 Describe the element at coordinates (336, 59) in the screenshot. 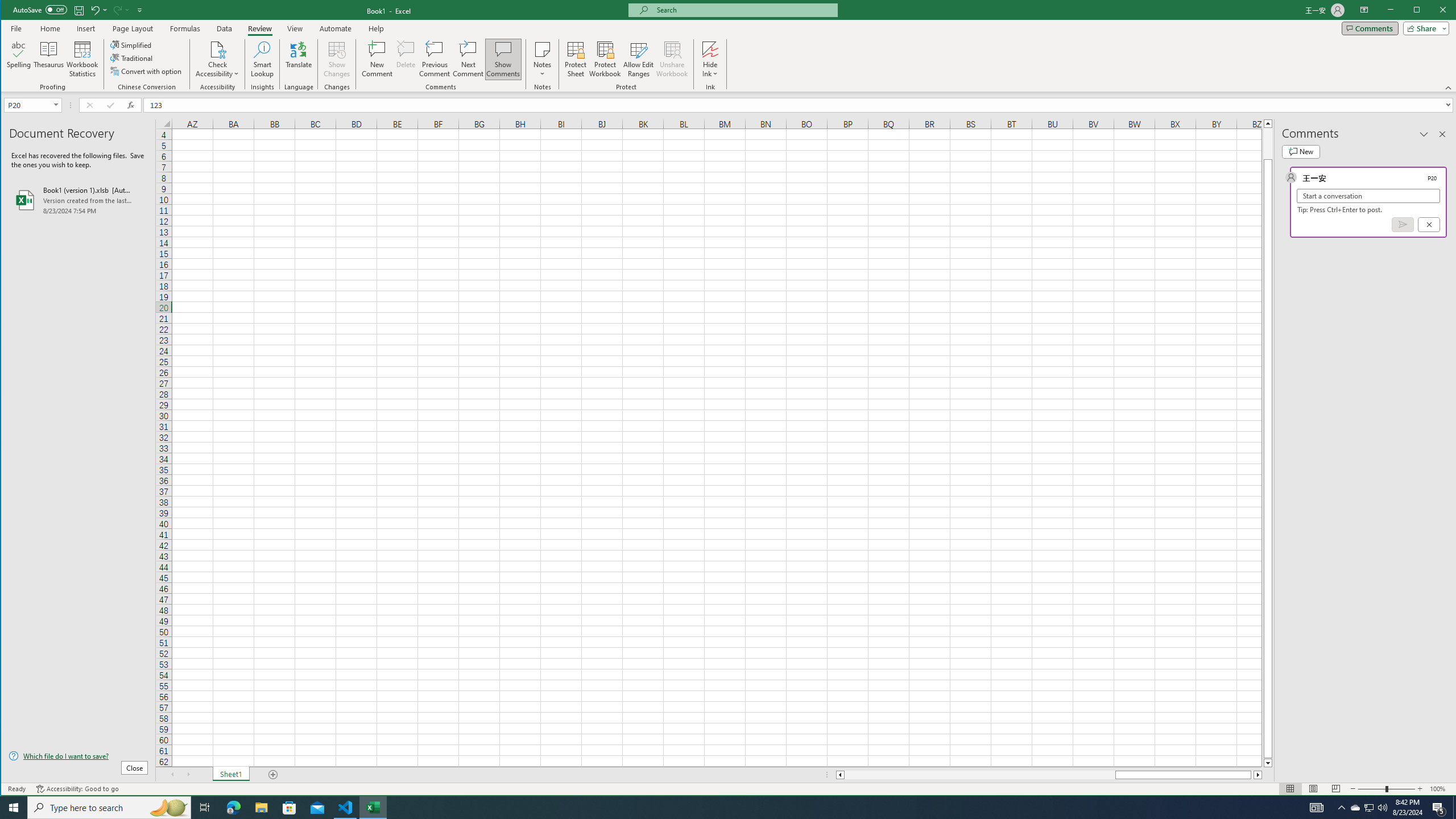

I see `'Show Changes'` at that location.